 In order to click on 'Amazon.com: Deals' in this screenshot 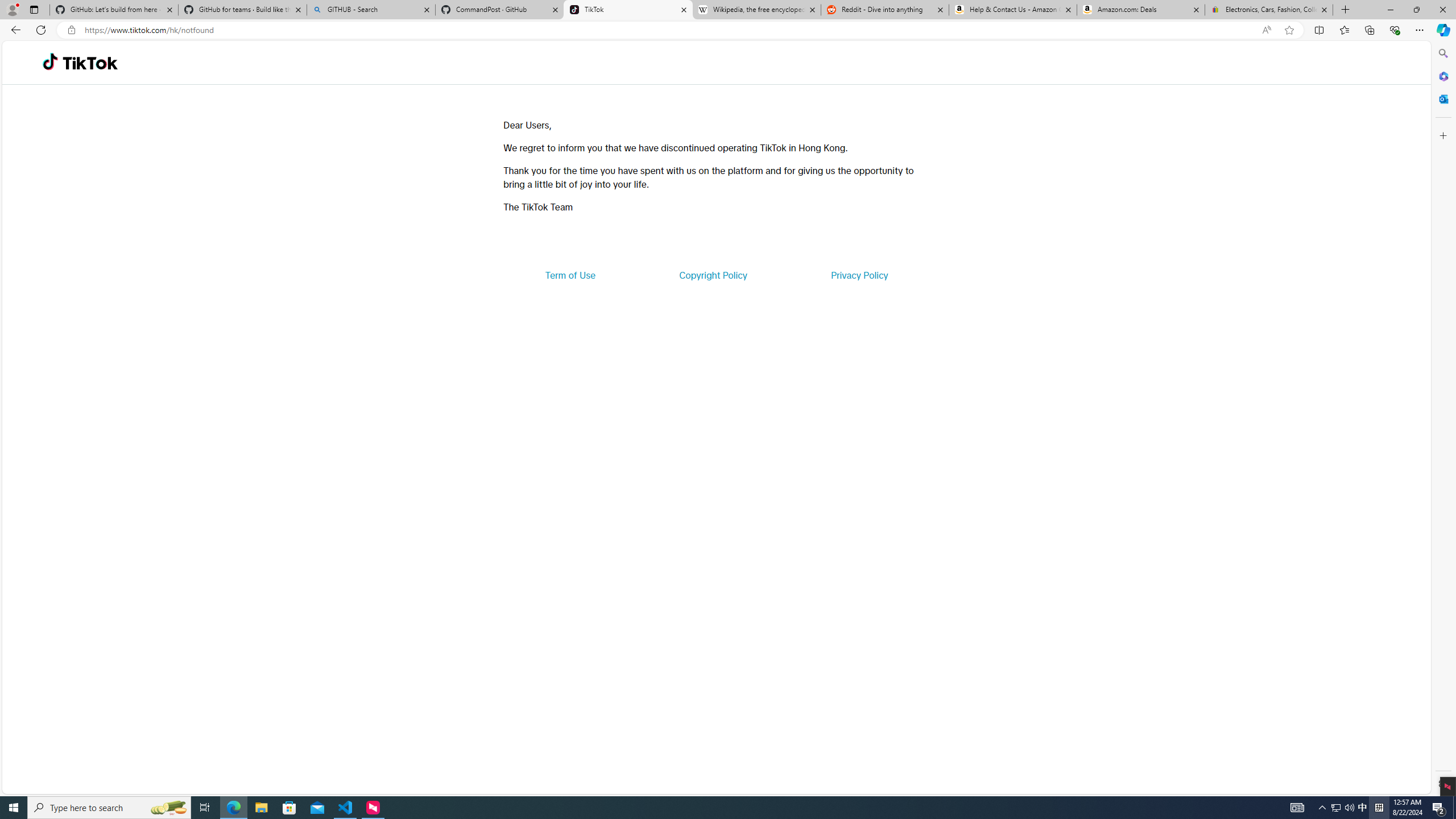, I will do `click(1140, 9)`.